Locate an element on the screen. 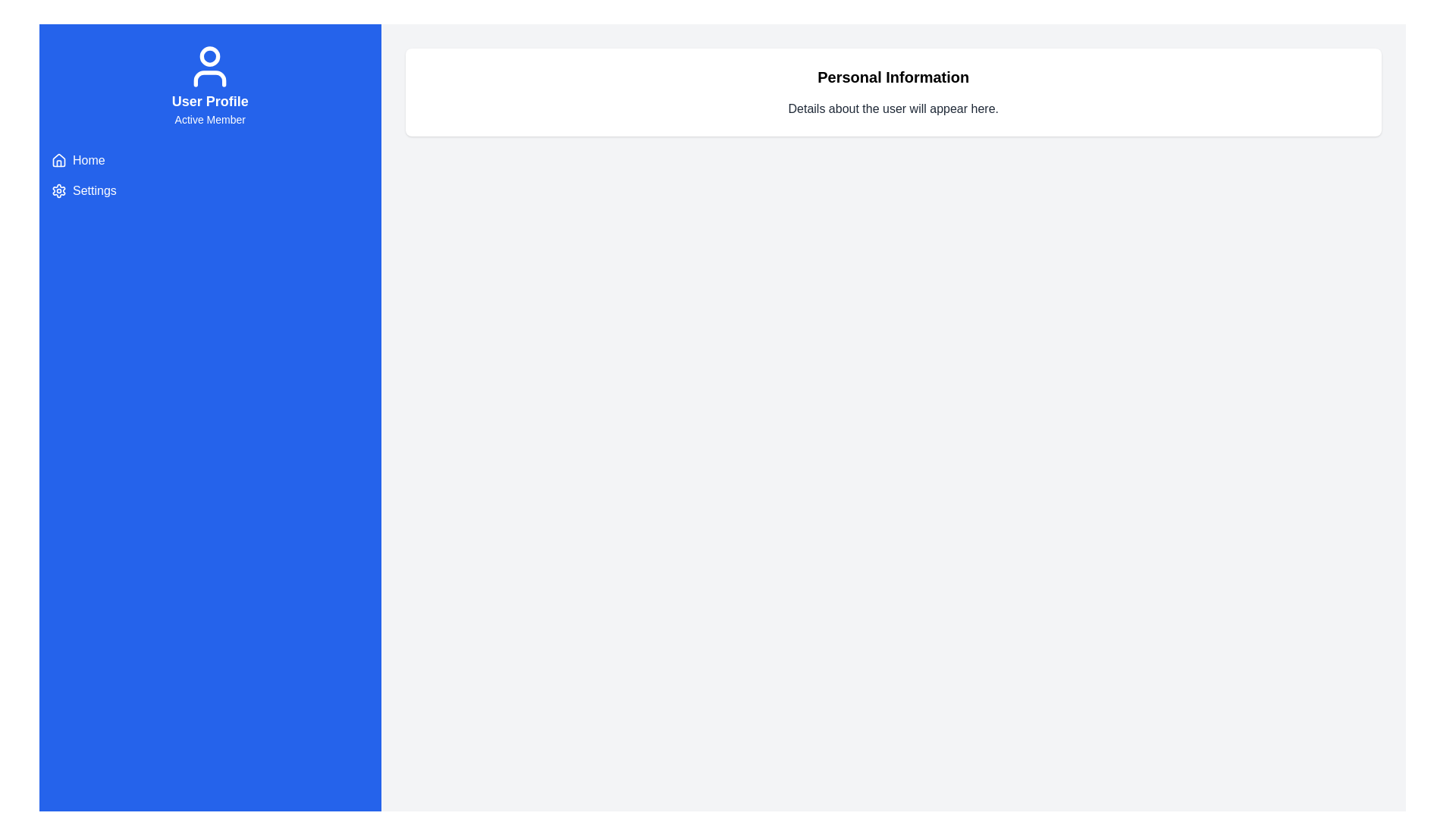 The image size is (1456, 819). the user profile icon located in the header section above the 'User Profile' and 'Active Member' text in the sidebar is located at coordinates (209, 66).